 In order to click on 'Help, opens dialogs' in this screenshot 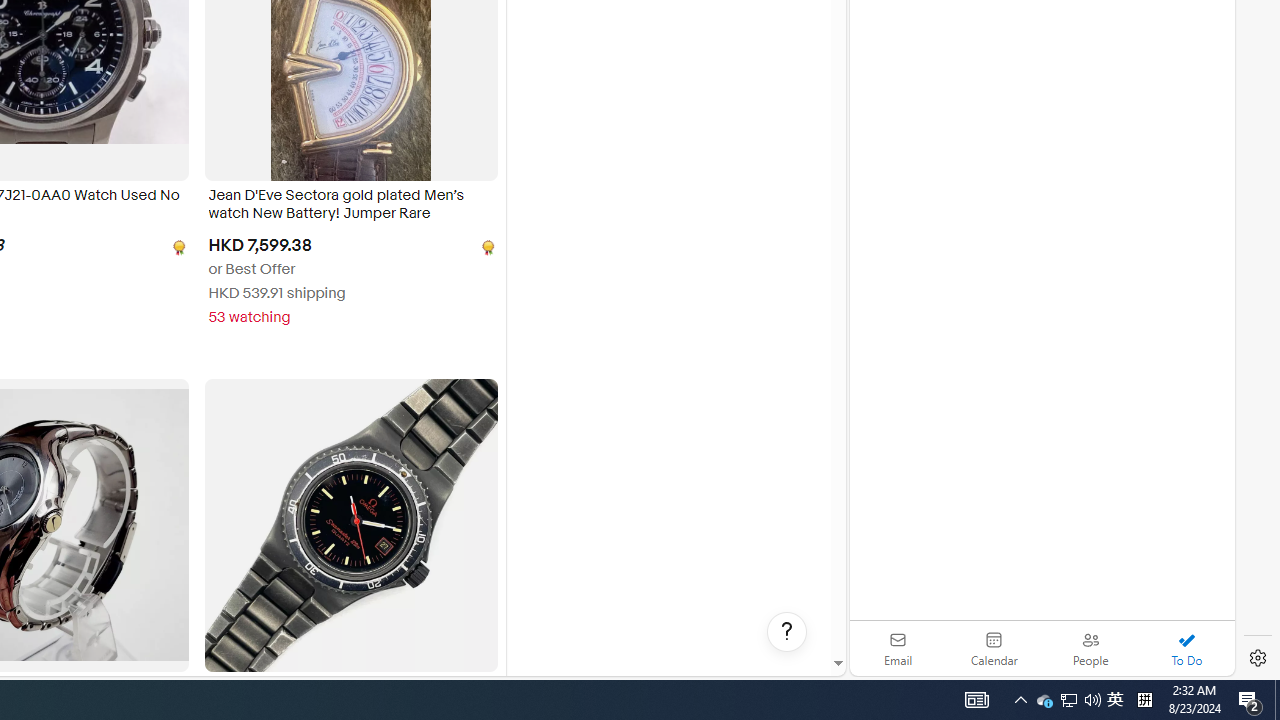, I will do `click(786, 632)`.